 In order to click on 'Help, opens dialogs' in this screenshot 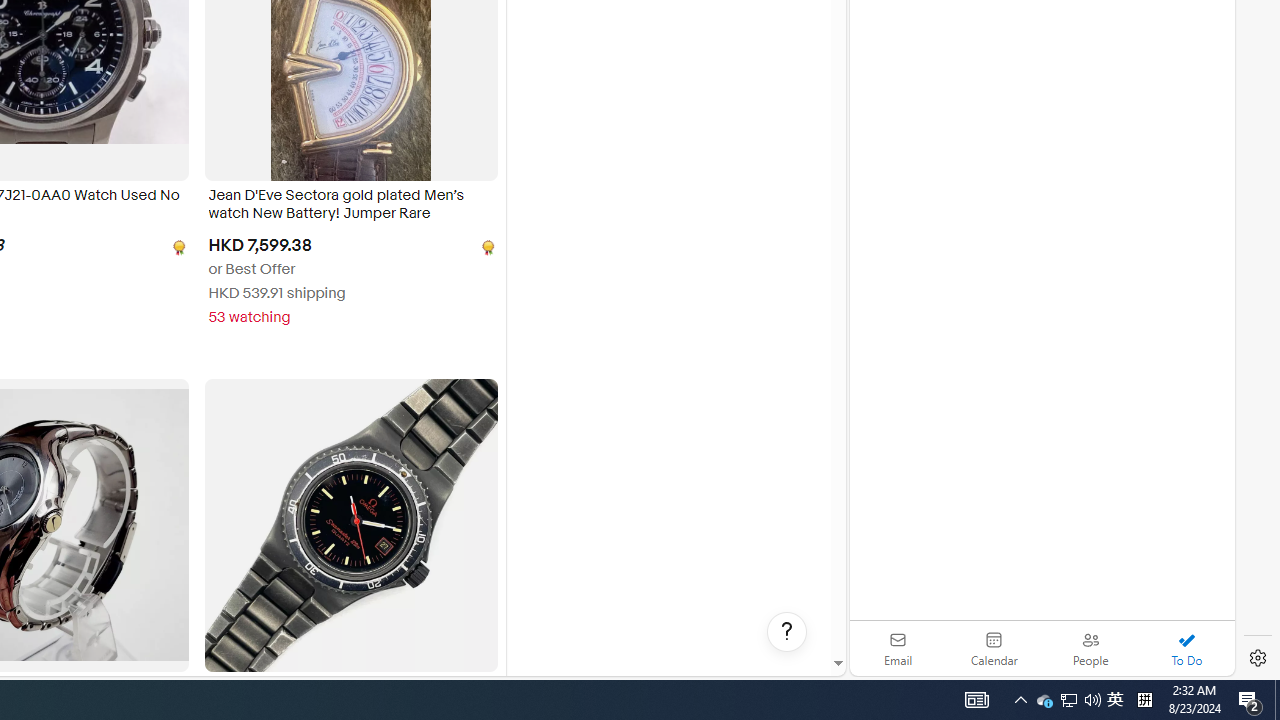, I will do `click(786, 632)`.